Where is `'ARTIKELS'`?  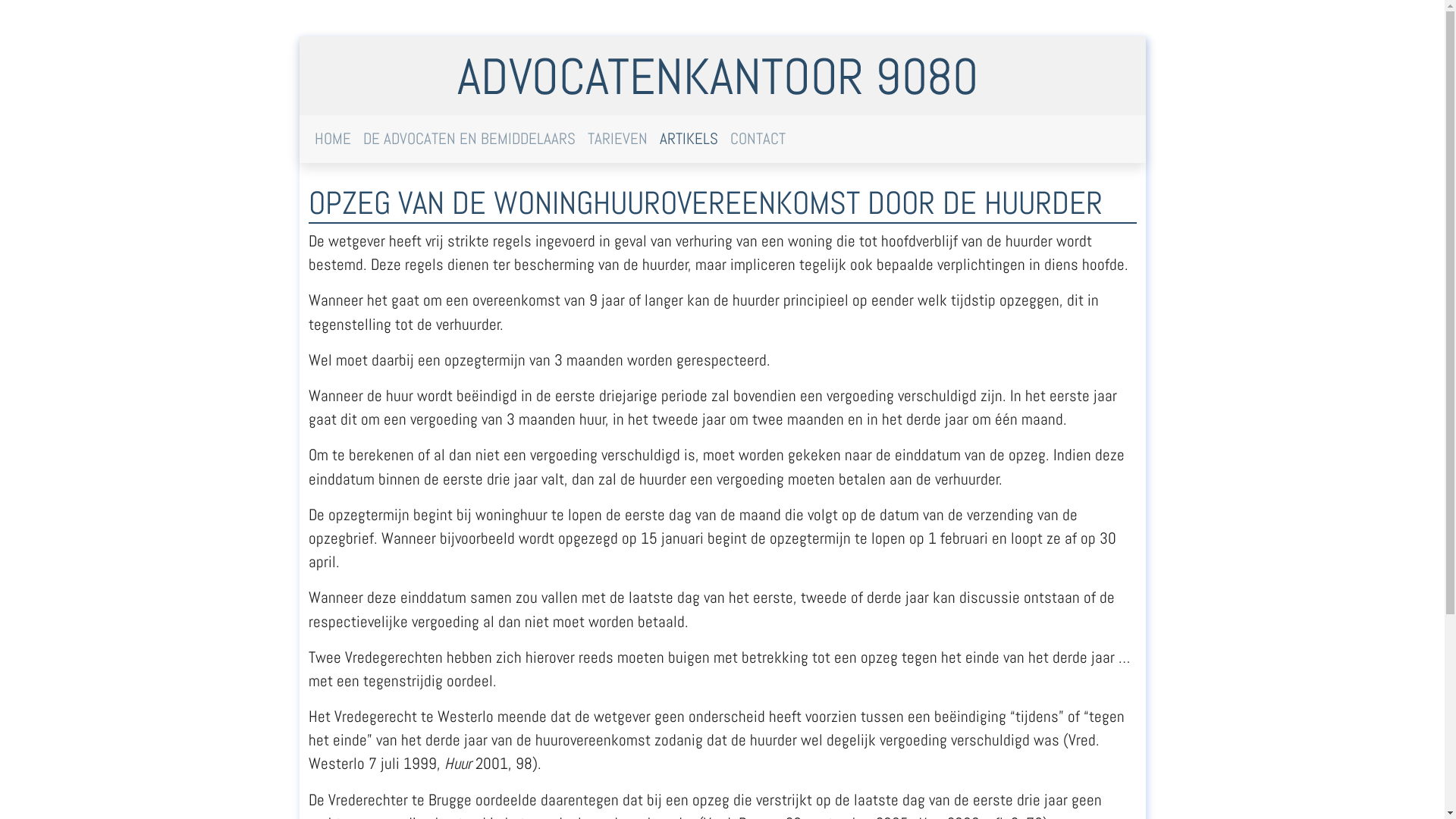
'ARTIKELS' is located at coordinates (688, 139).